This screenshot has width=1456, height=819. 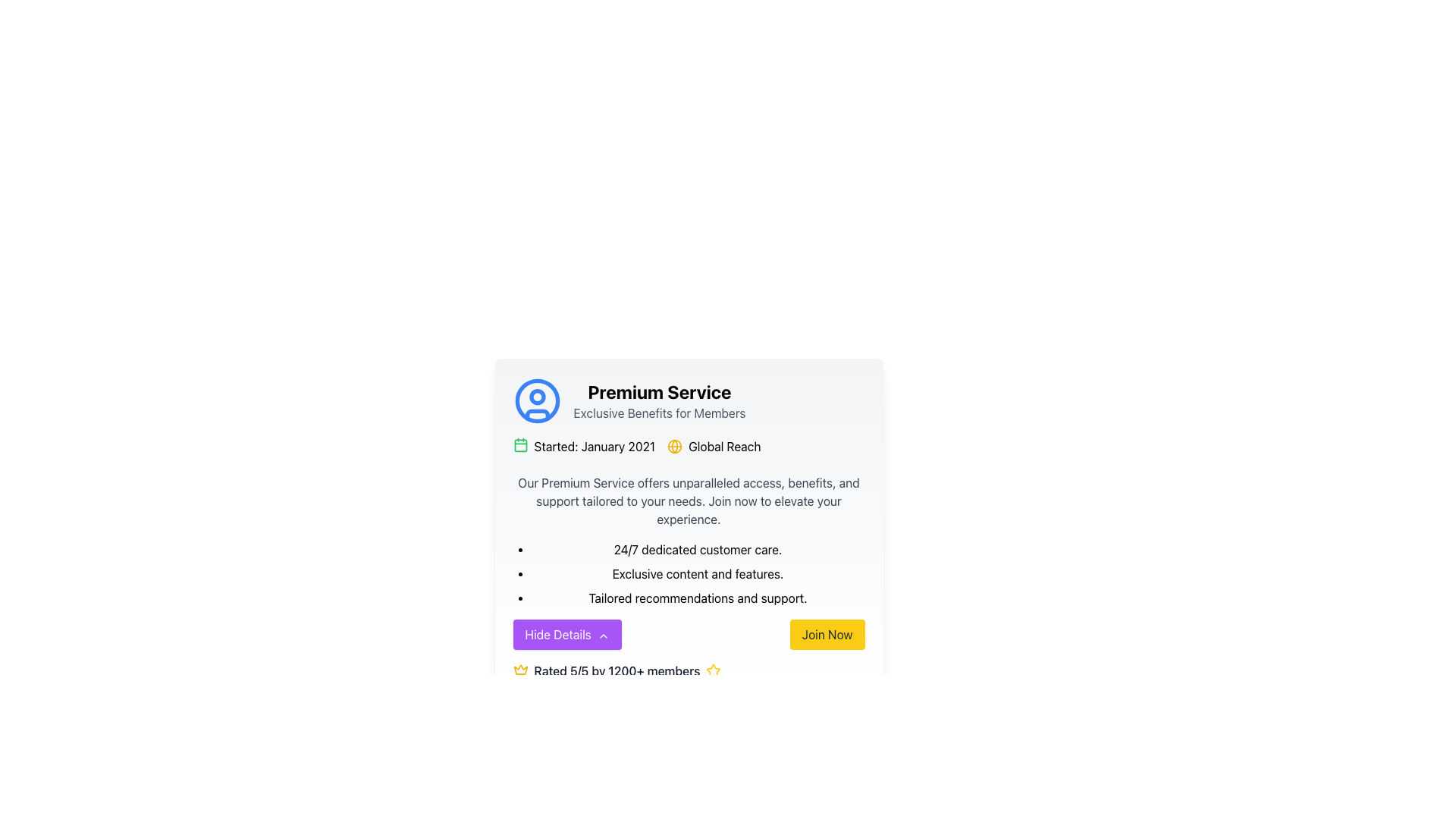 What do you see at coordinates (827, 635) in the screenshot?
I see `the 'Join Now' button located at the bottom-right corner of the 'Premium Service' section` at bounding box center [827, 635].